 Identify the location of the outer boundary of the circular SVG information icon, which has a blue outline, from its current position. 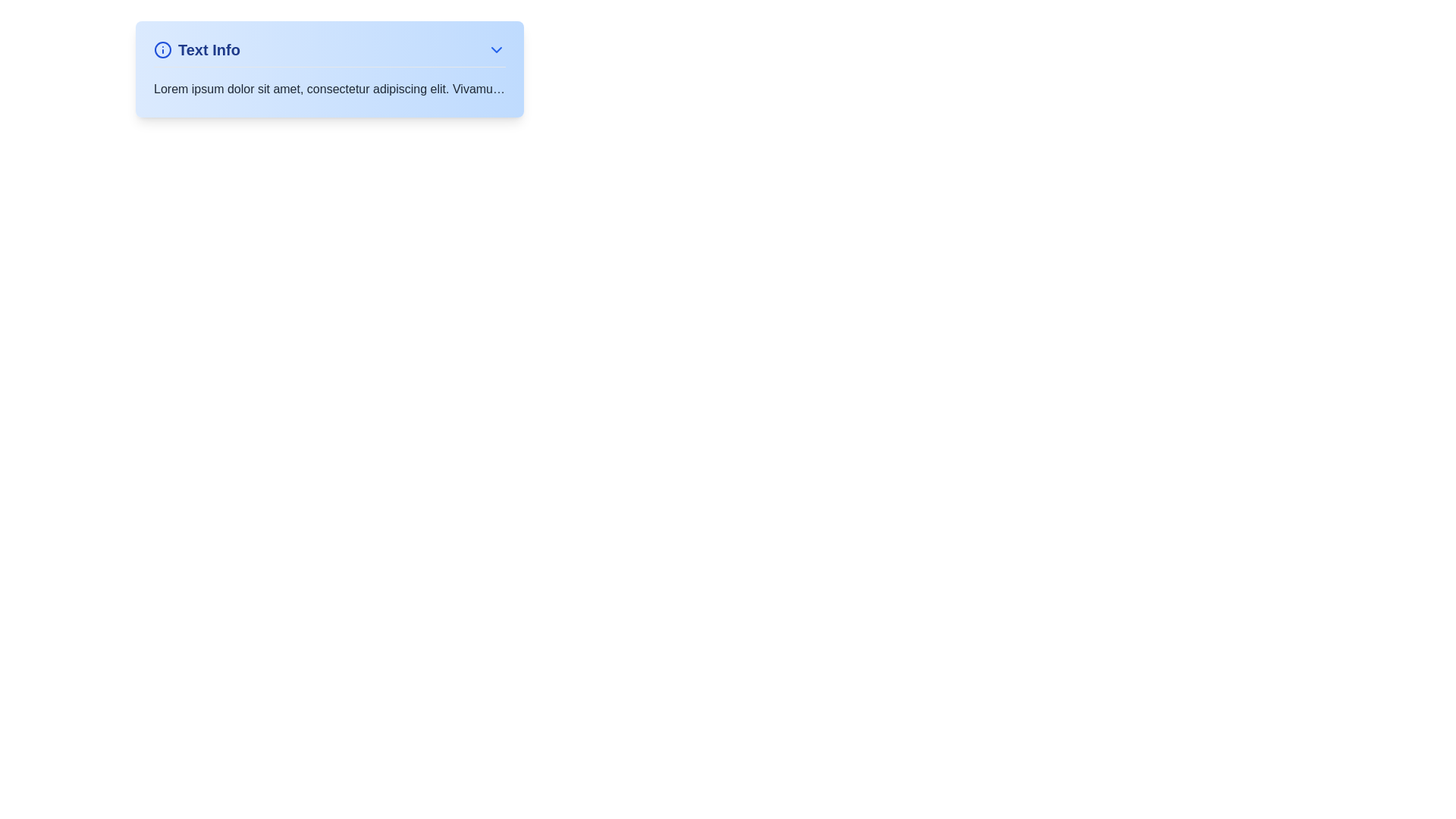
(163, 49).